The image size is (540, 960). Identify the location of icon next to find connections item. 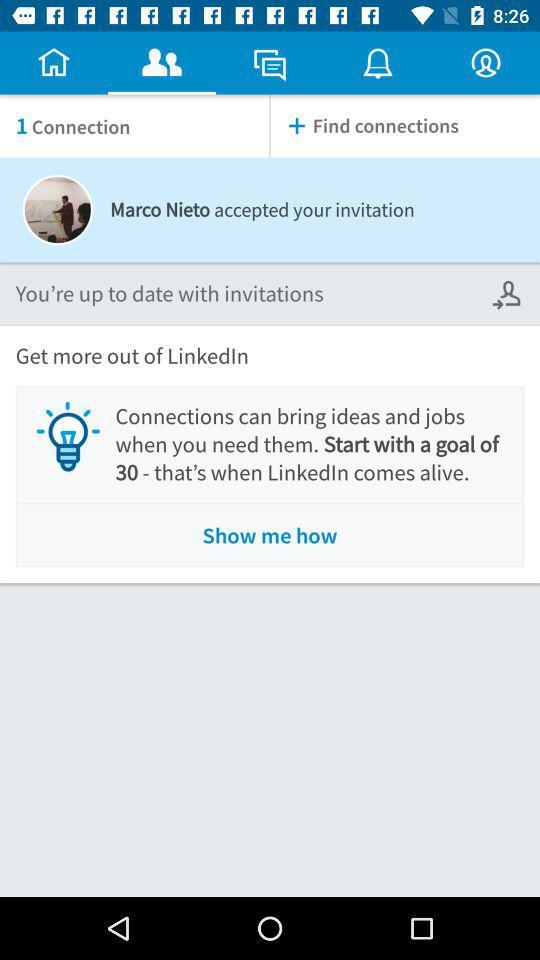
(134, 125).